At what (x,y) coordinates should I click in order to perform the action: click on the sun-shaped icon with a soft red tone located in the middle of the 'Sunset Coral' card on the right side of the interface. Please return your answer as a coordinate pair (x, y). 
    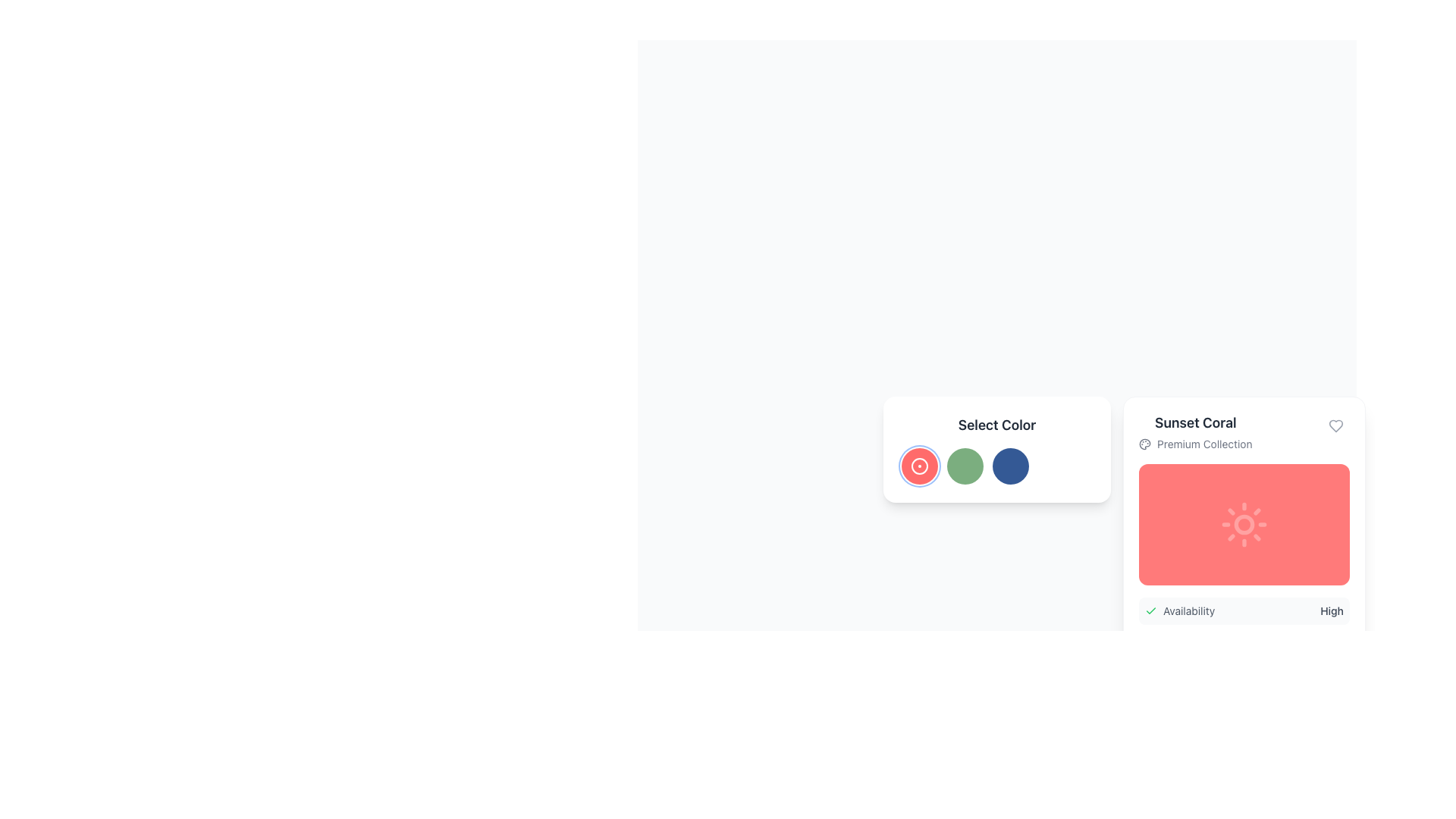
    Looking at the image, I should click on (1244, 523).